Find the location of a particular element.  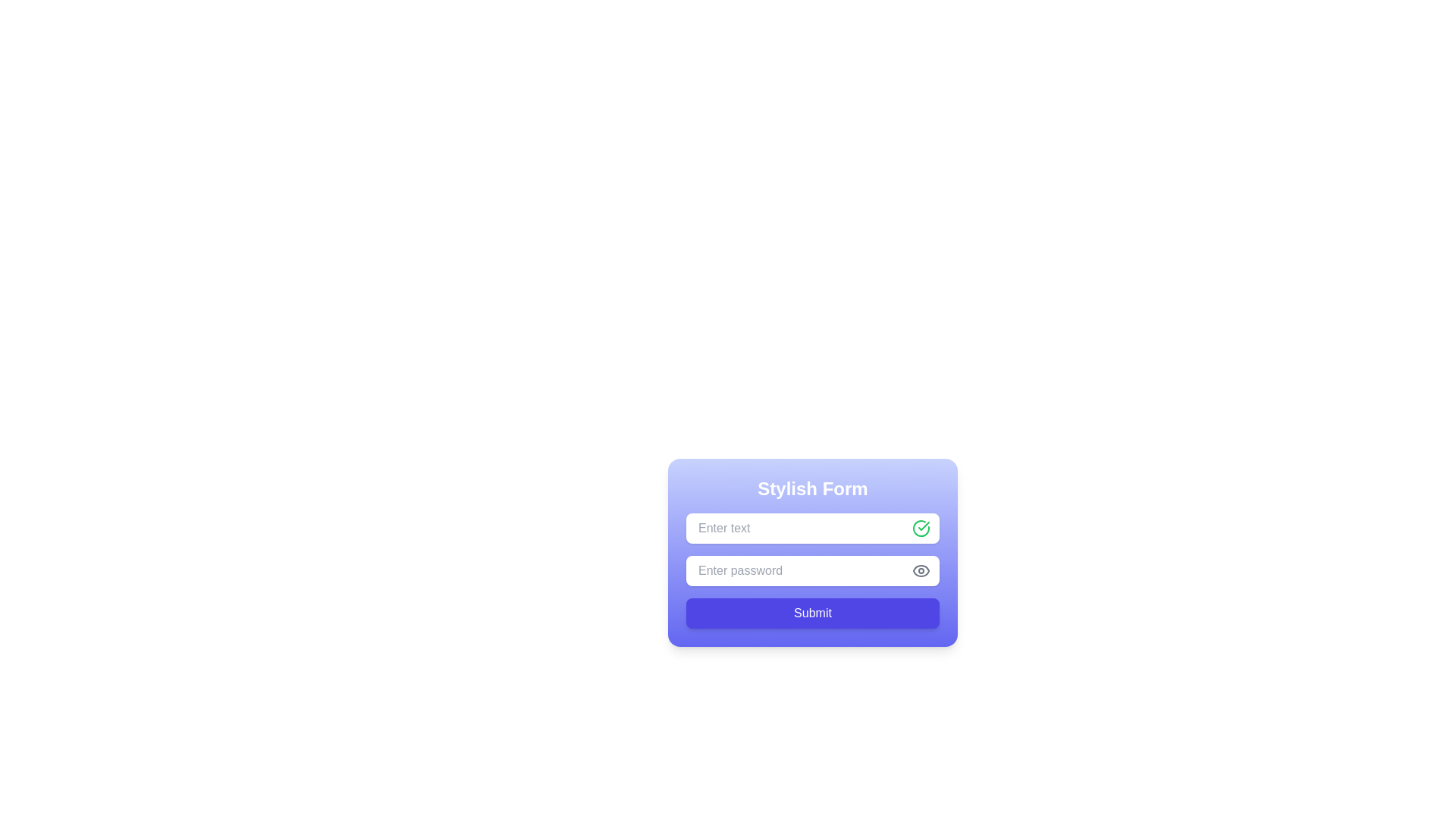

the password input field located below the 'Enter text' field and above the 'Submit' button by using the tab key is located at coordinates (811, 570).